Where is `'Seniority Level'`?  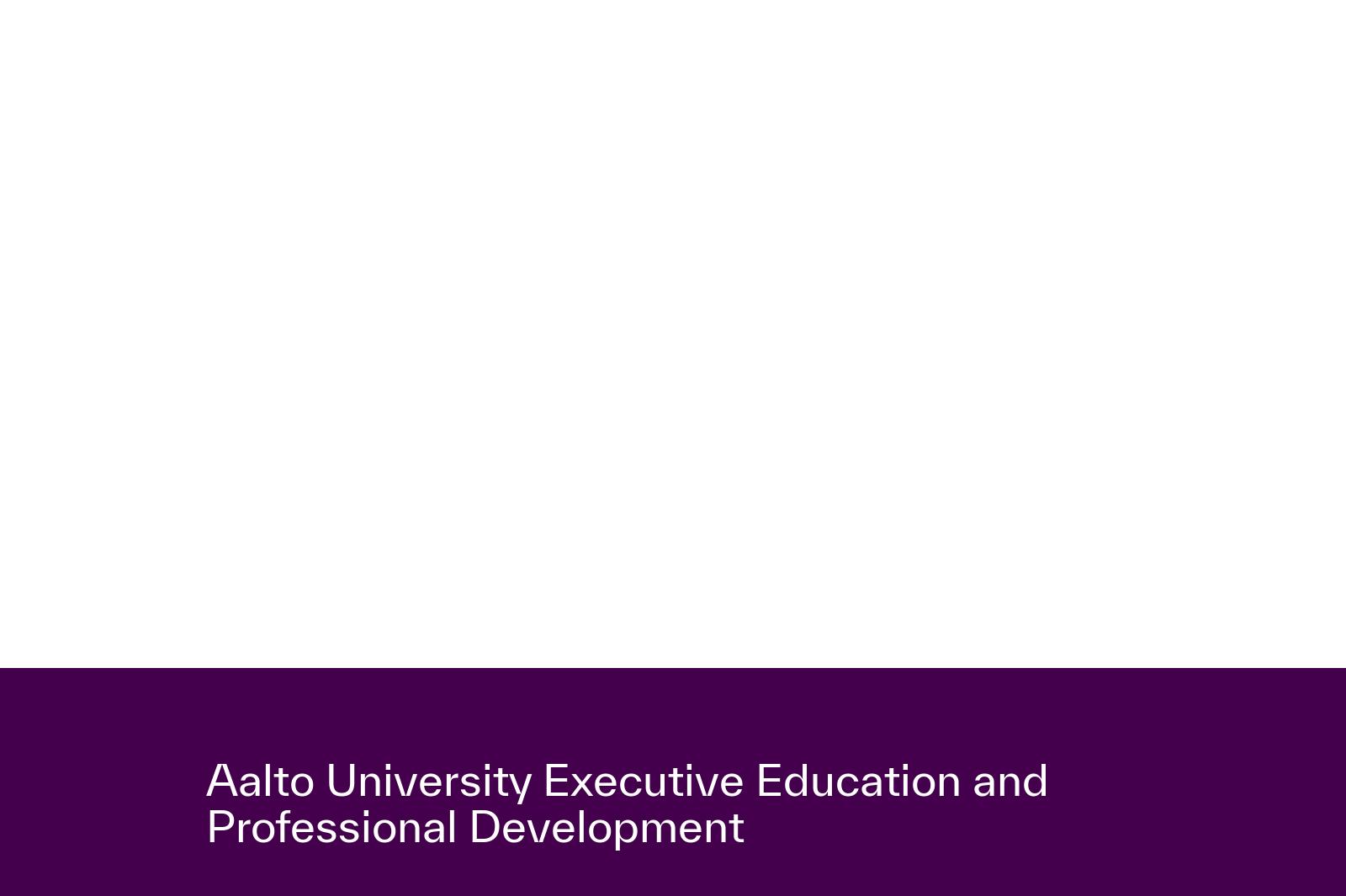
'Seniority Level' is located at coordinates (734, 629).